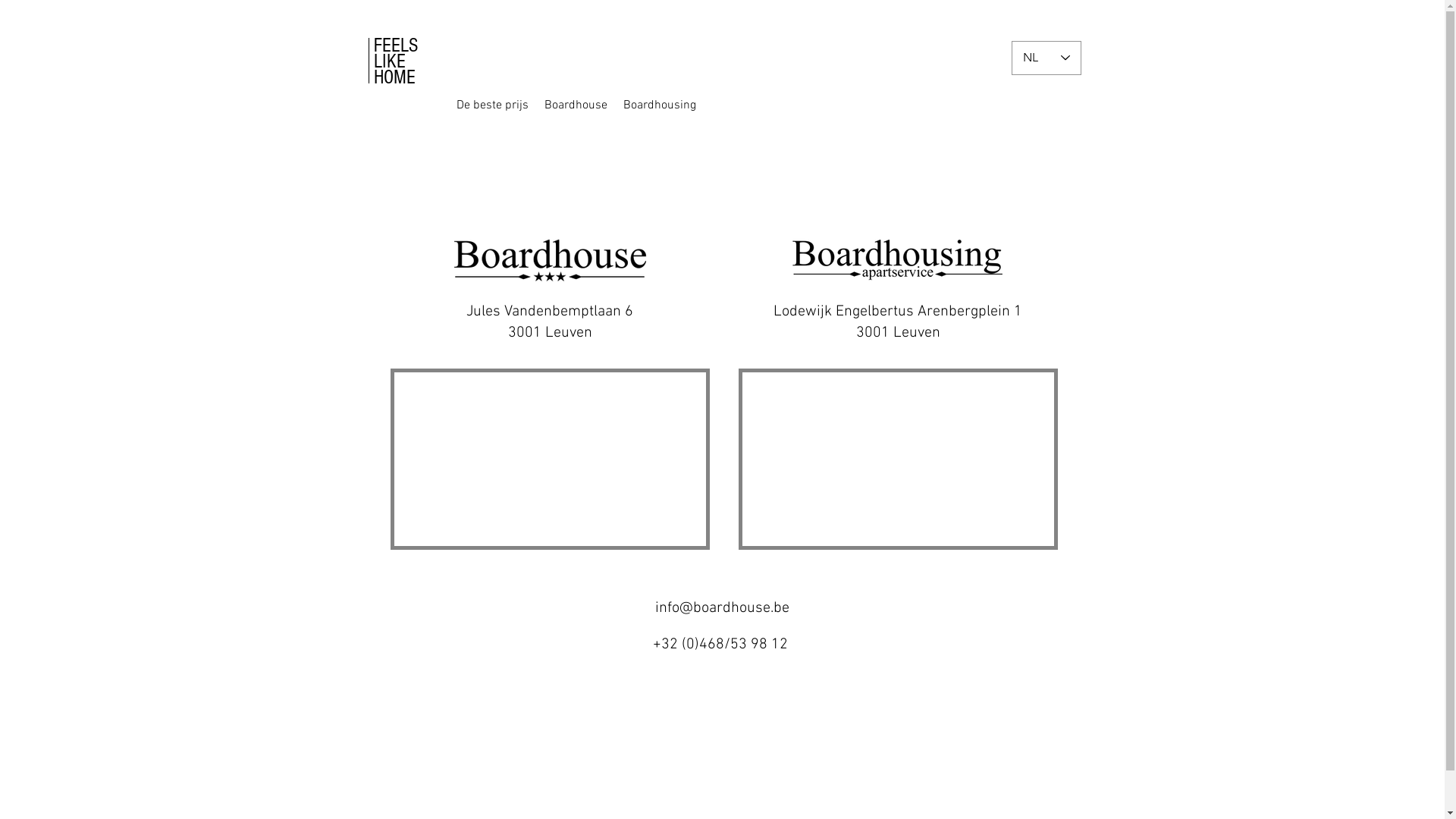  Describe the element at coordinates (655, 607) in the screenshot. I see `'info@boardhouse.be'` at that location.